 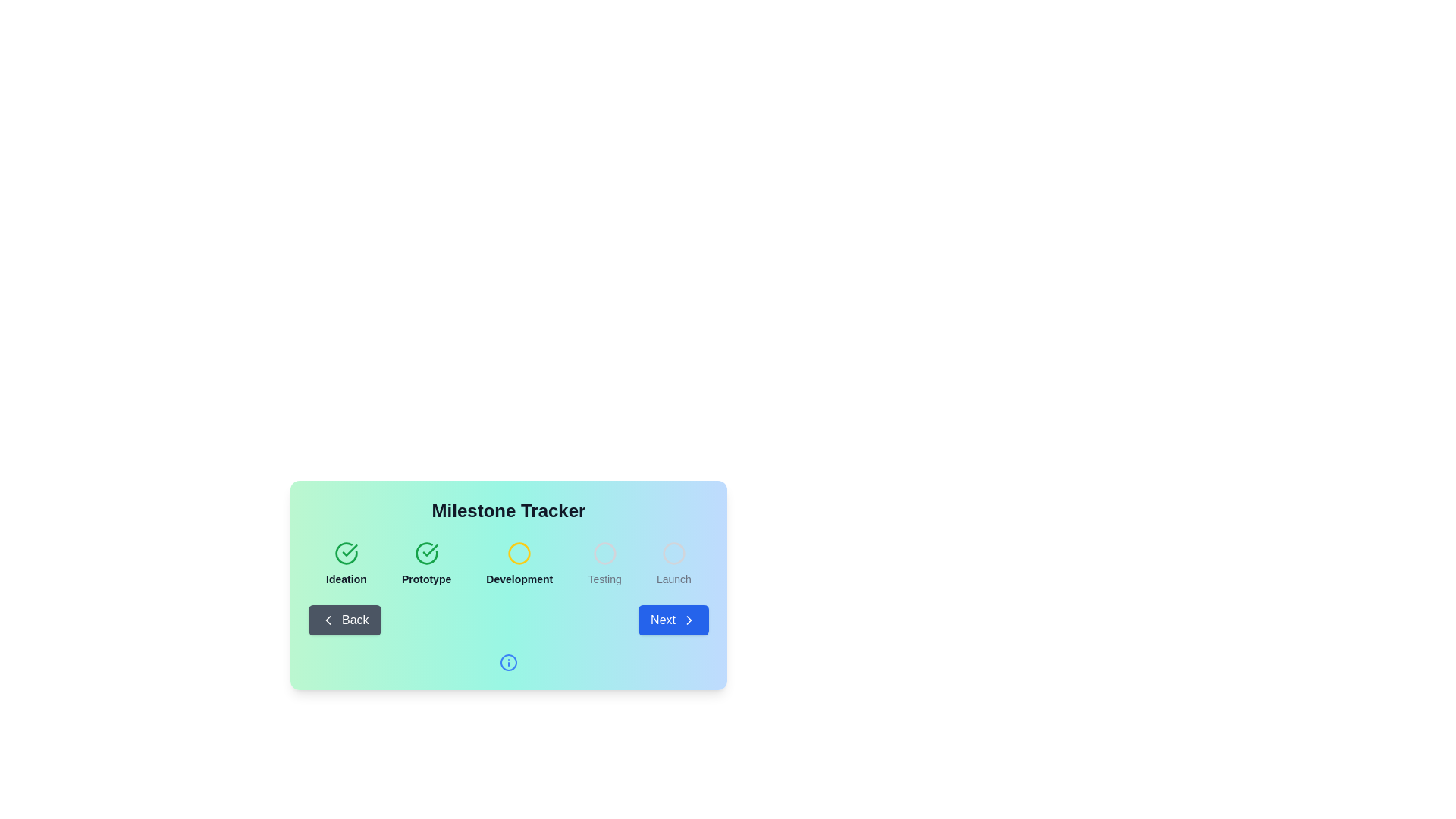 What do you see at coordinates (345, 579) in the screenshot?
I see `the 'Ideation' phase text label in the milestone tracker, which is positioned below the green check mark icon` at bounding box center [345, 579].